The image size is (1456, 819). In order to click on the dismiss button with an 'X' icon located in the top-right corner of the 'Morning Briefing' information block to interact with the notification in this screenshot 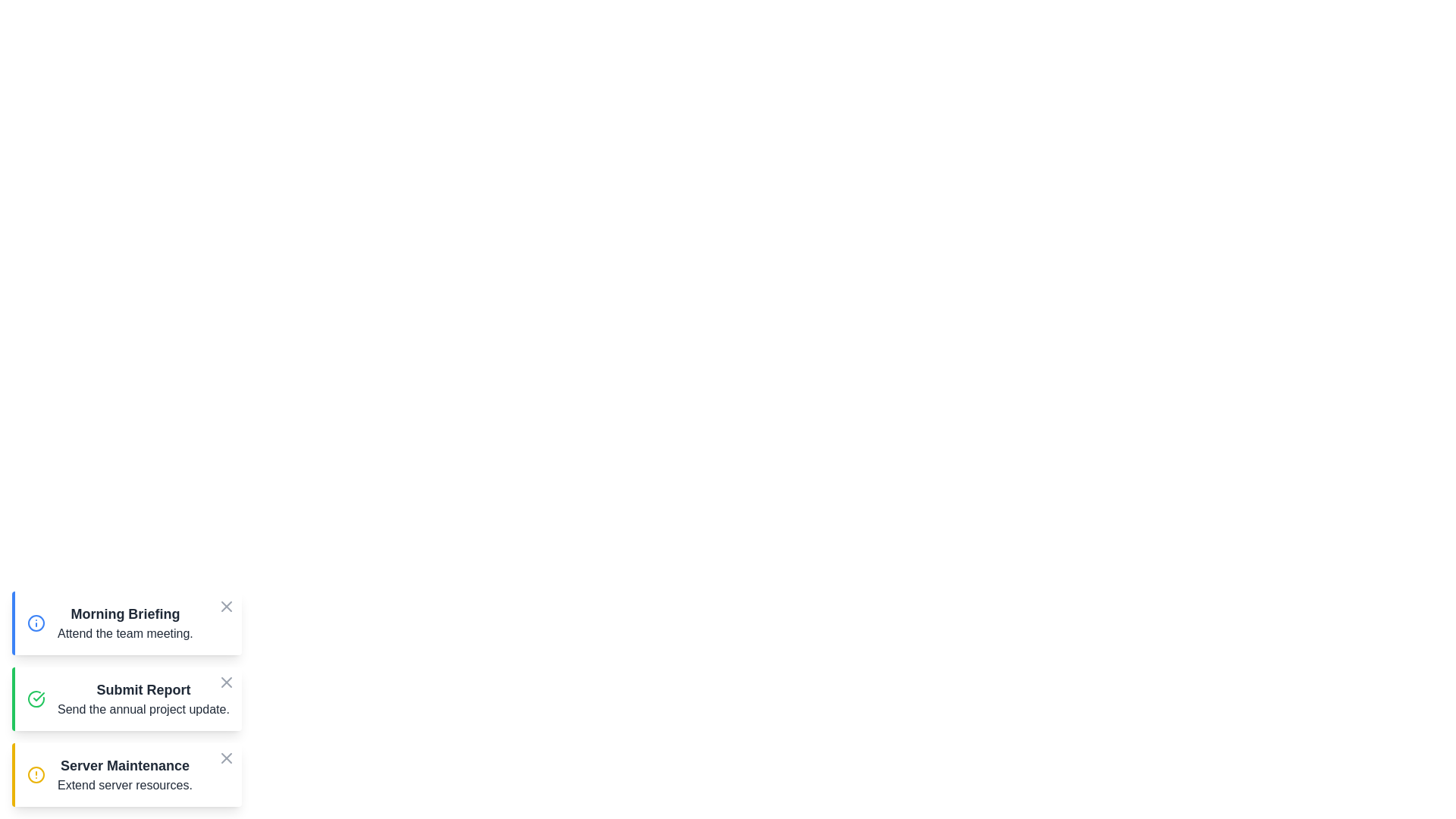, I will do `click(225, 608)`.